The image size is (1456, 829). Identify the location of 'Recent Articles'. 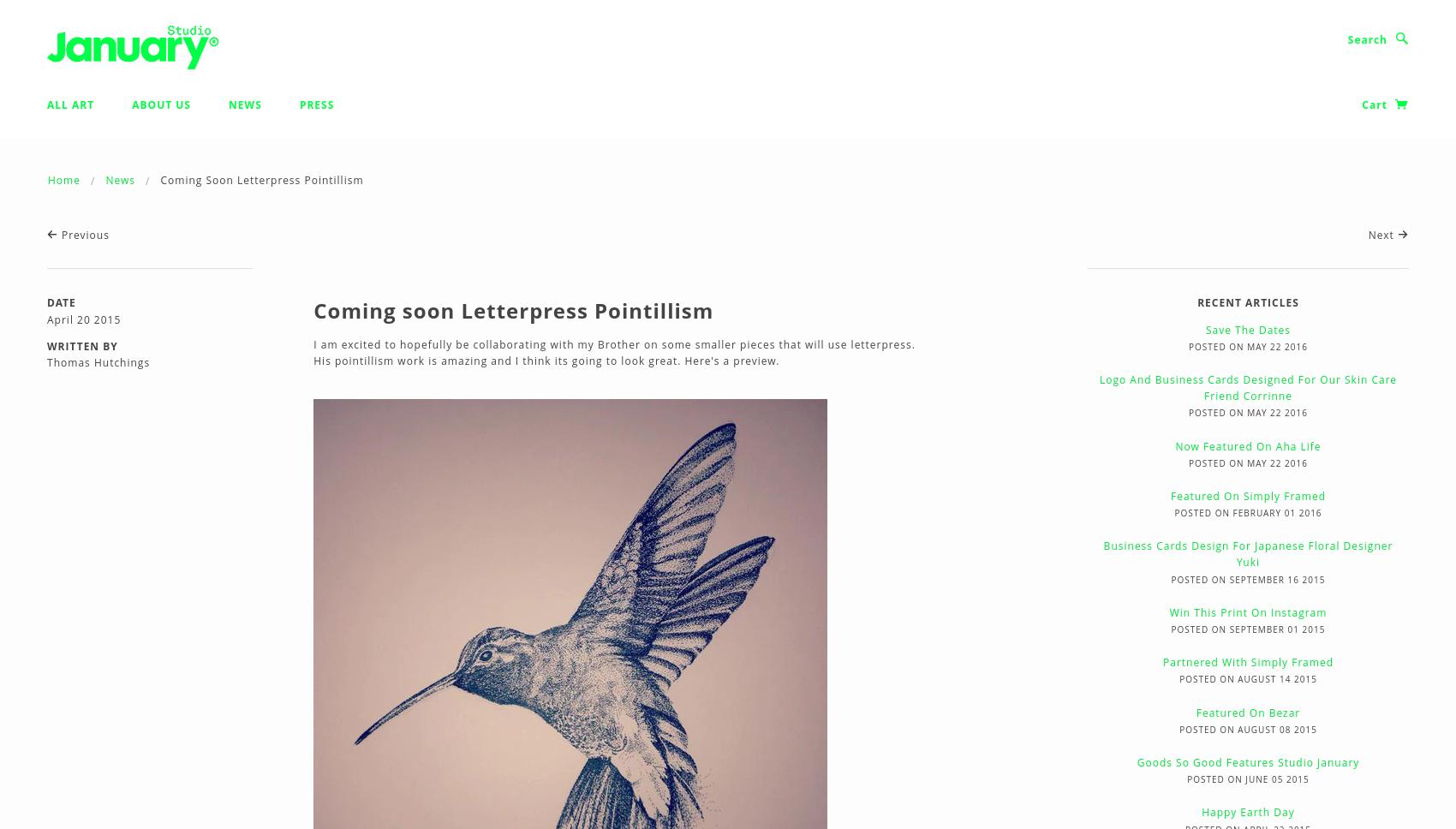
(1247, 302).